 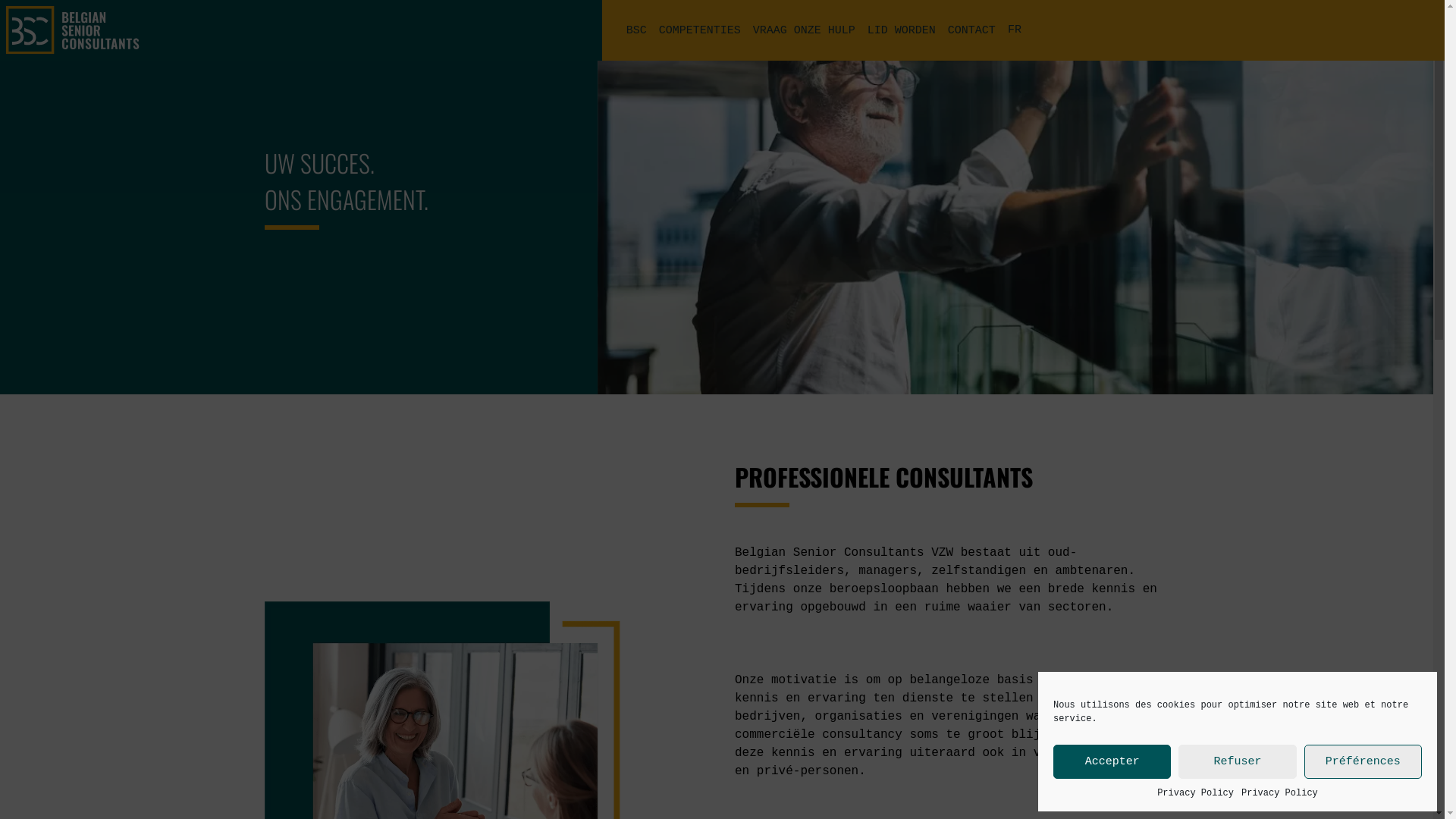 What do you see at coordinates (1156, 792) in the screenshot?
I see `'Privacy Policy'` at bounding box center [1156, 792].